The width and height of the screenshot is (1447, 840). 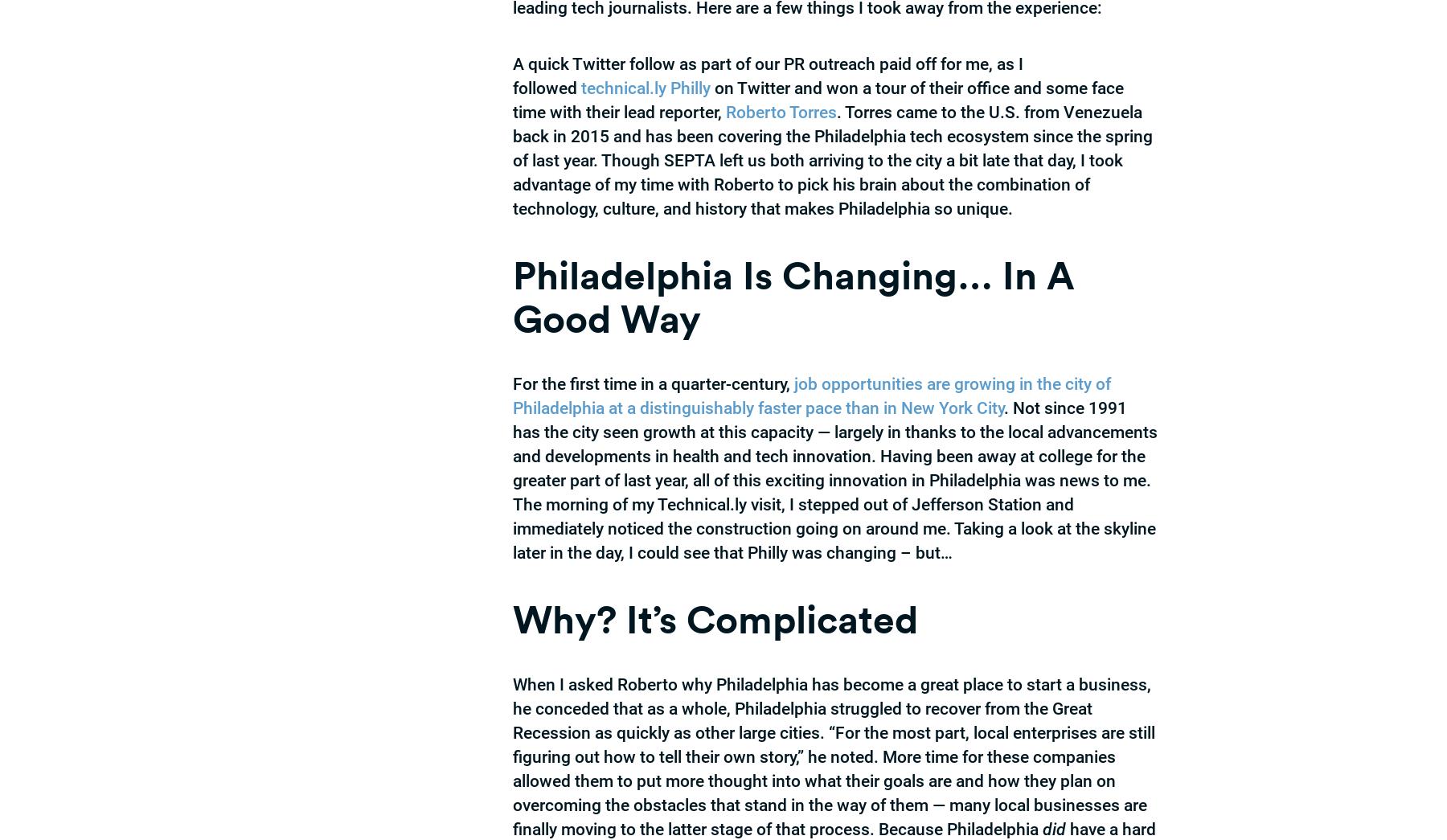 I want to click on 'Why? It’s Complicated', so click(x=715, y=618).